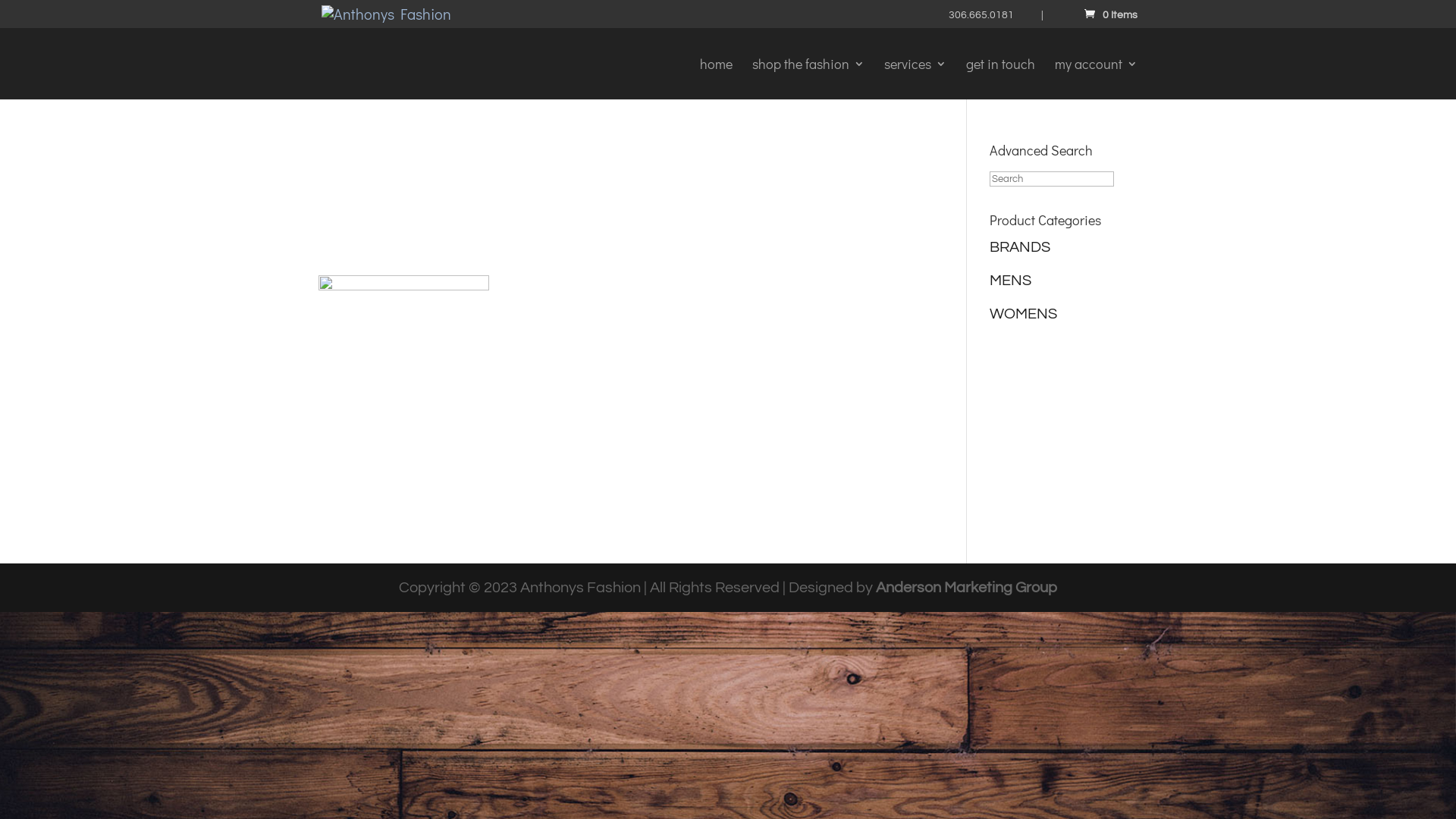 The image size is (1456, 819). What do you see at coordinates (1000, 79) in the screenshot?
I see `'get in touch'` at bounding box center [1000, 79].